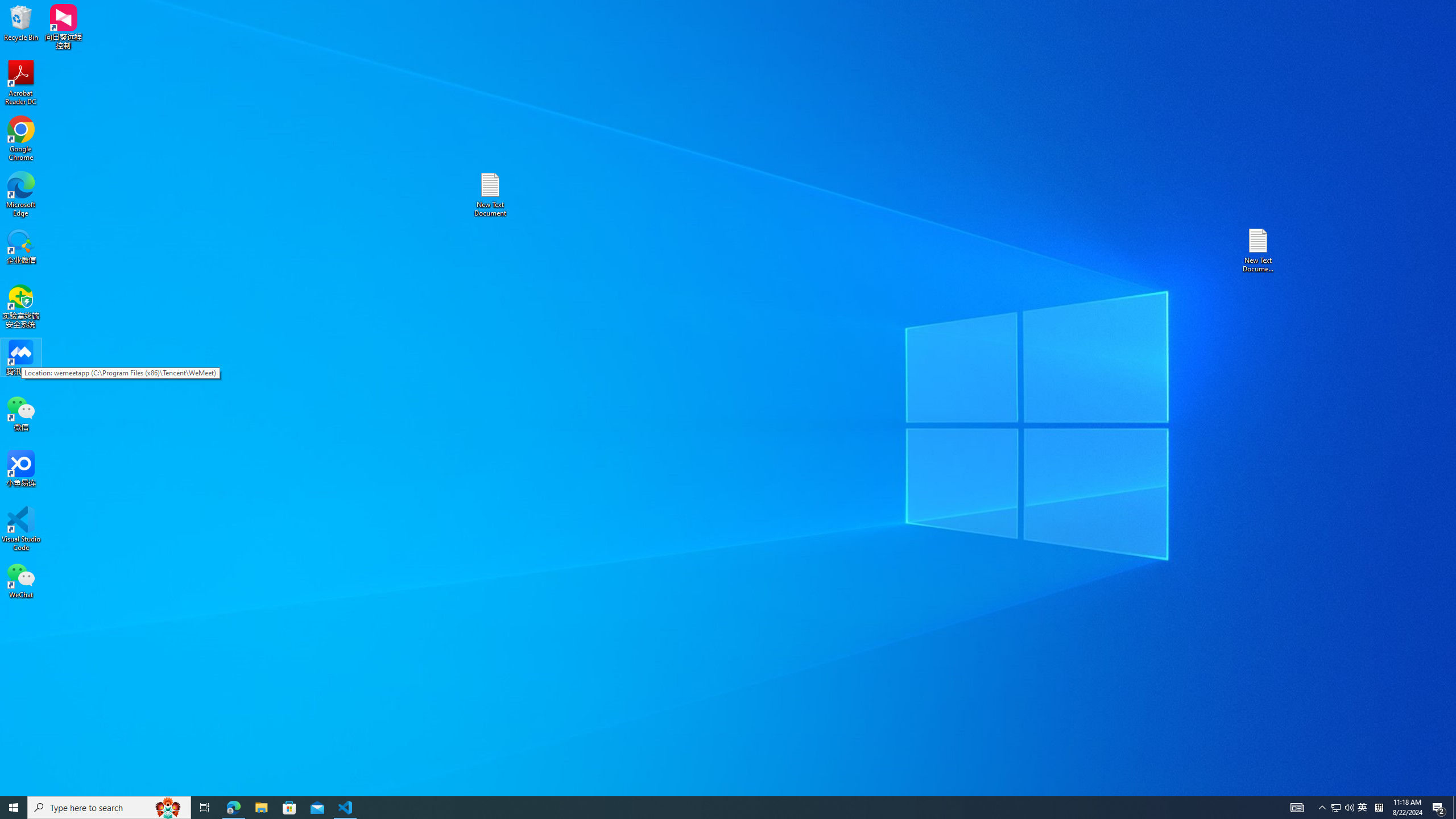 Image resolution: width=1456 pixels, height=819 pixels. What do you see at coordinates (289, 806) in the screenshot?
I see `'Microsoft Store'` at bounding box center [289, 806].